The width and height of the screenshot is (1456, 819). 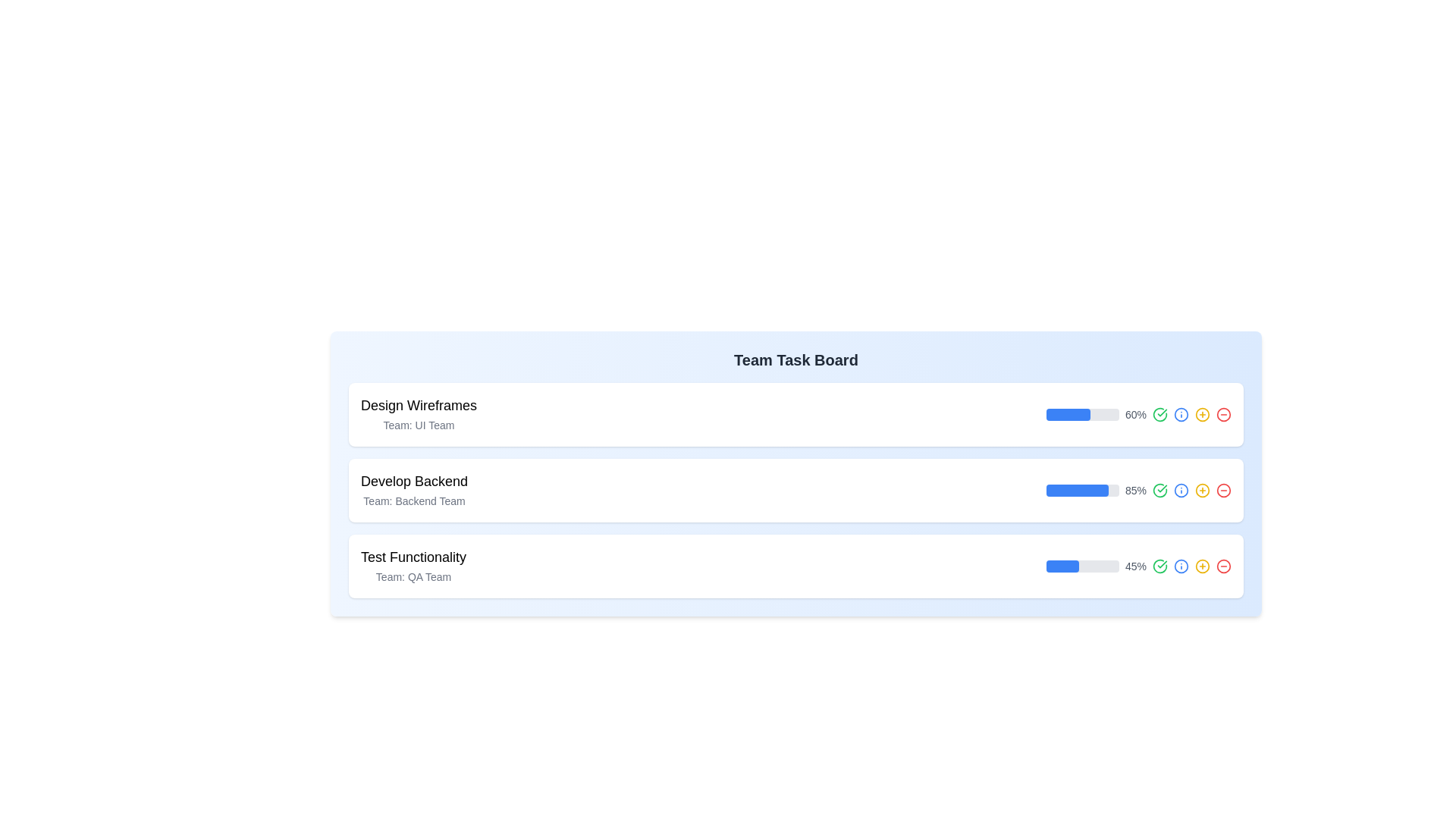 I want to click on the filled portion of the progress bar, which is a blue rectangular bar with rounded edges, representing task progress under the 'Test Functionality' line, so click(x=1062, y=566).